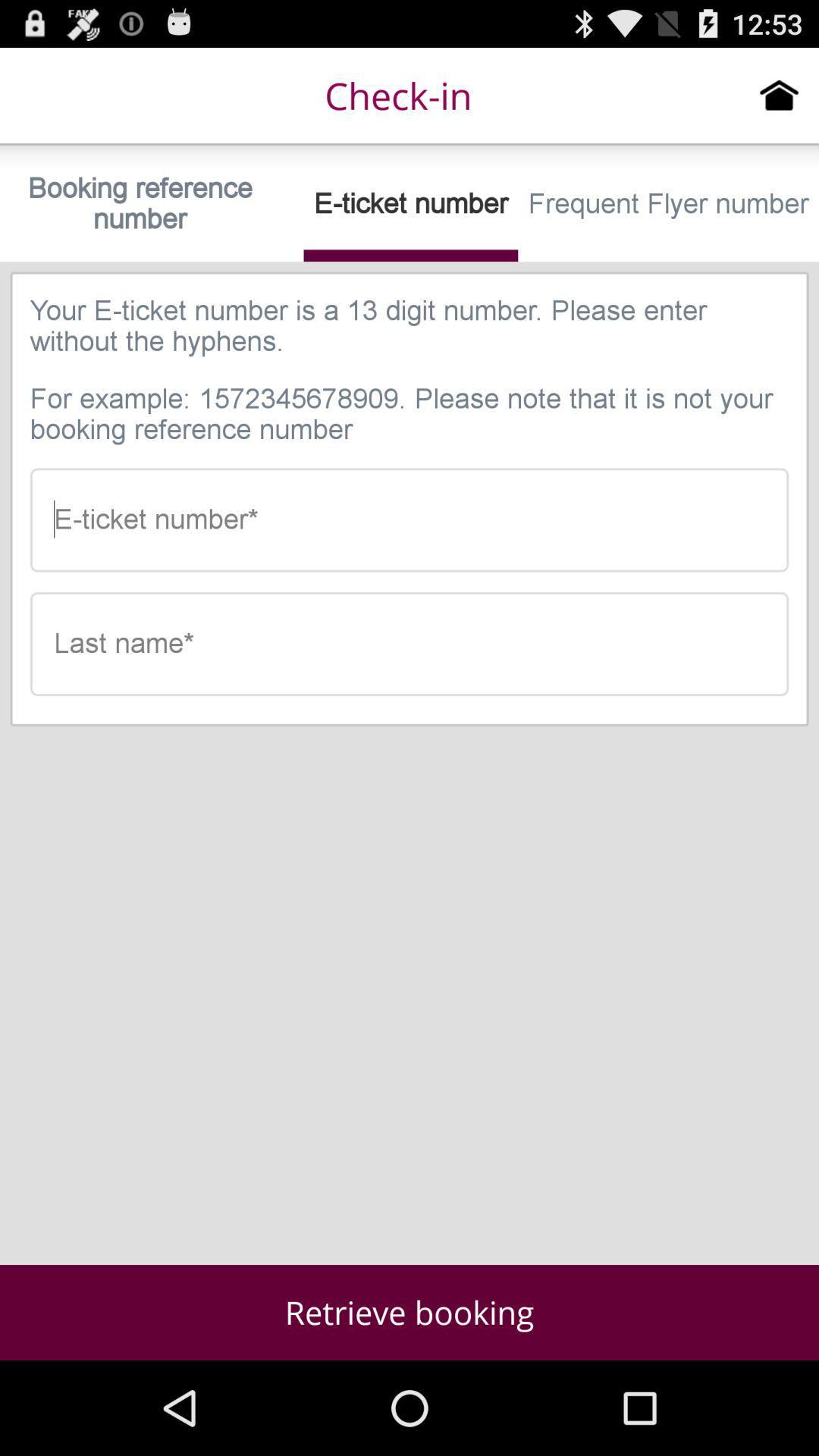  Describe the element at coordinates (409, 1312) in the screenshot. I see `retrieve booking item` at that location.